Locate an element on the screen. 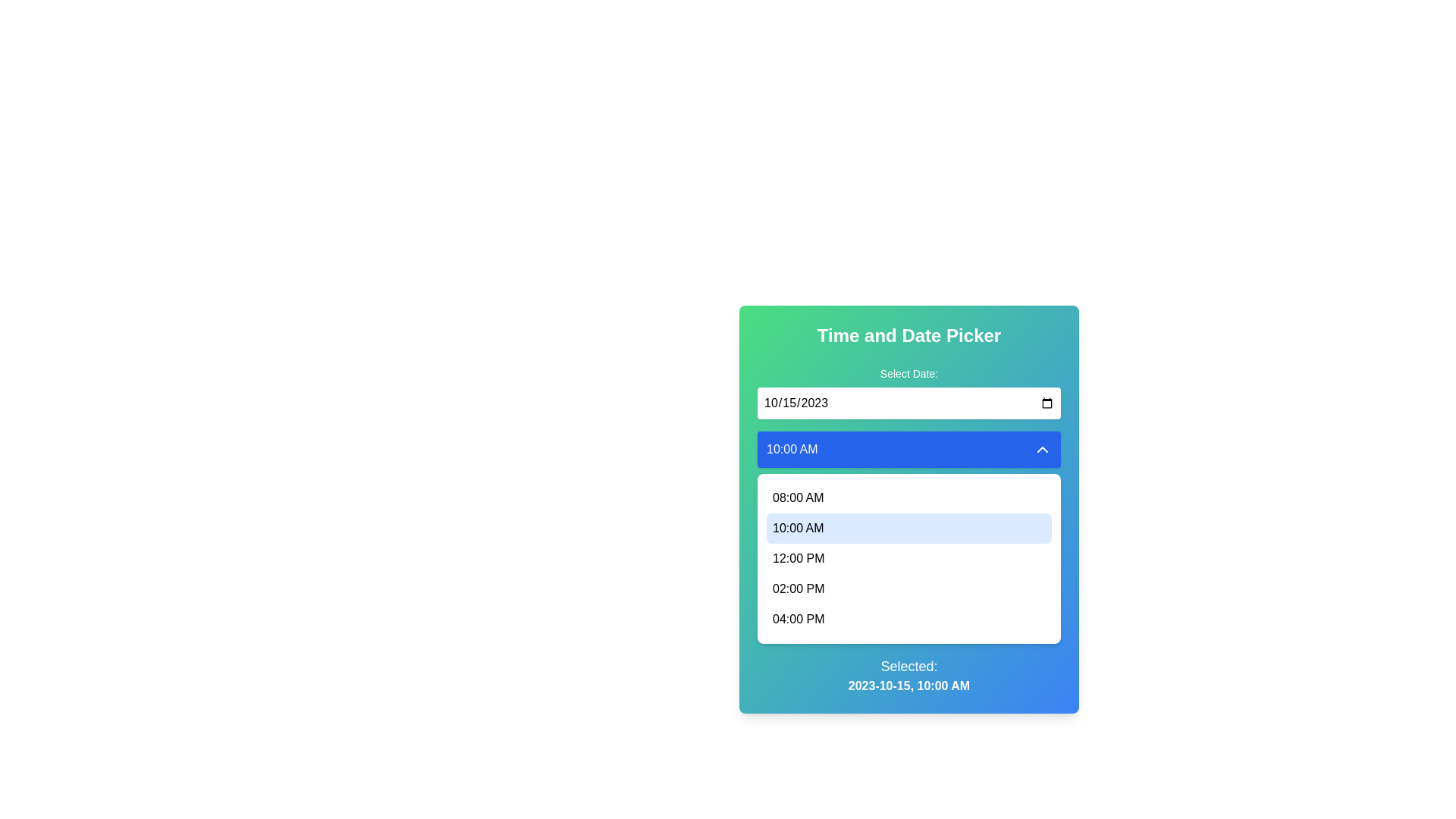 The width and height of the screenshot is (1456, 819). the selectable list item displaying '10:00 AM' is located at coordinates (909, 528).